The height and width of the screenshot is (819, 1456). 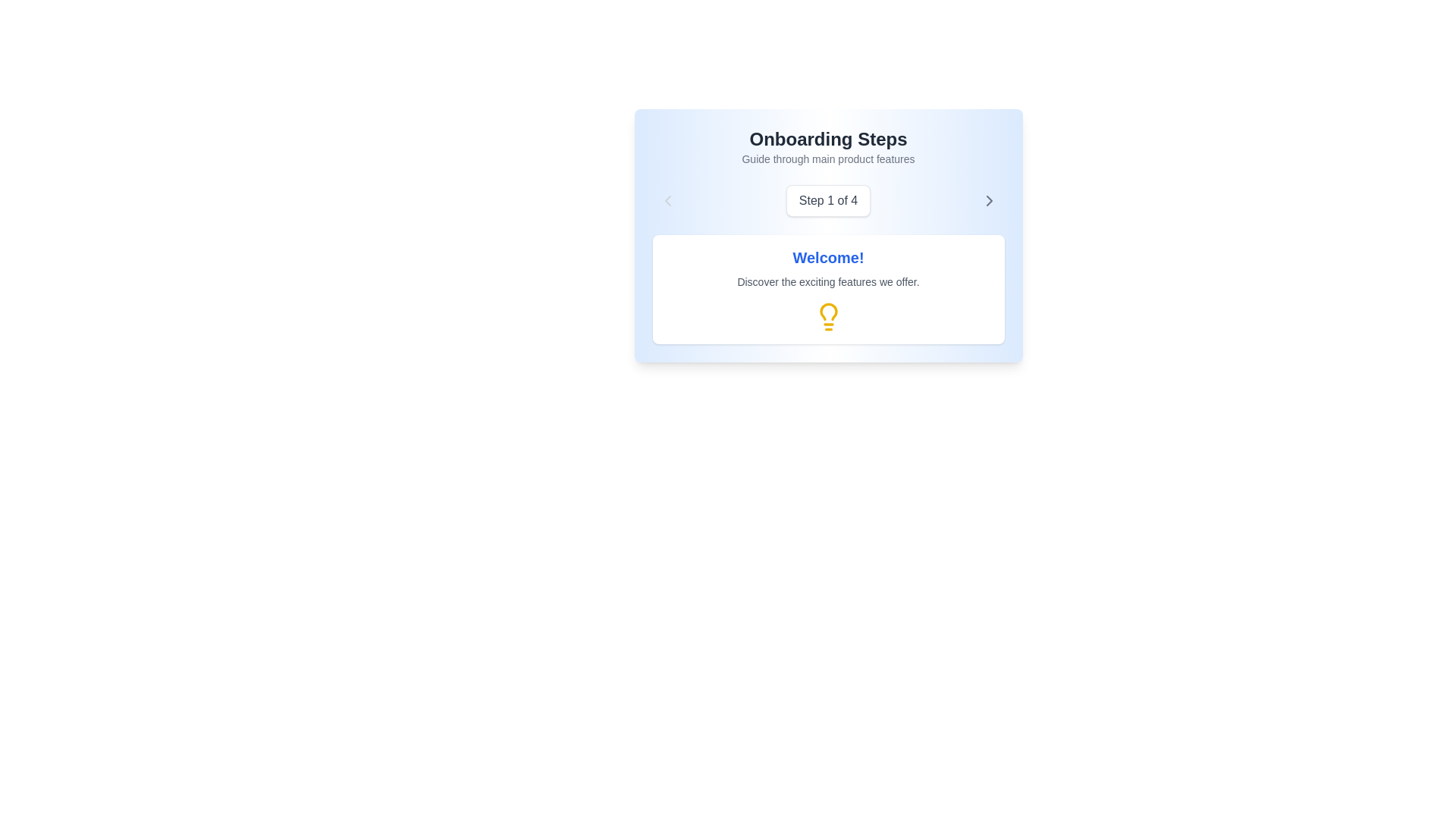 What do you see at coordinates (827, 158) in the screenshot?
I see `text label that says 'Guide through main product features', which is styled in a small gray font and located below the title 'Onboarding Steps' in the onboarding card` at bounding box center [827, 158].